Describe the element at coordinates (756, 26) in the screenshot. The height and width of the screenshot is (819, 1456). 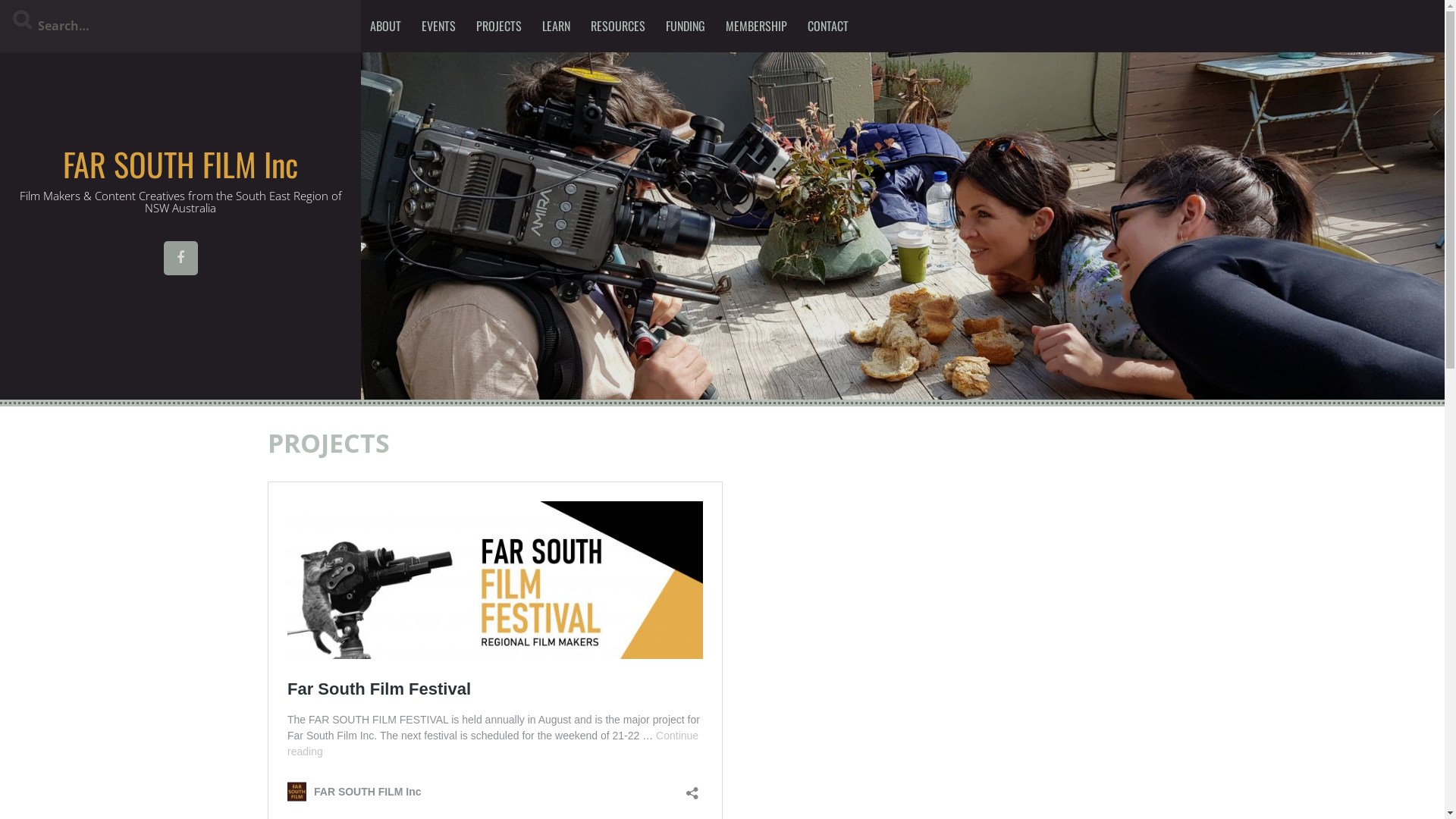
I see `'MEMBERSHIP'` at that location.